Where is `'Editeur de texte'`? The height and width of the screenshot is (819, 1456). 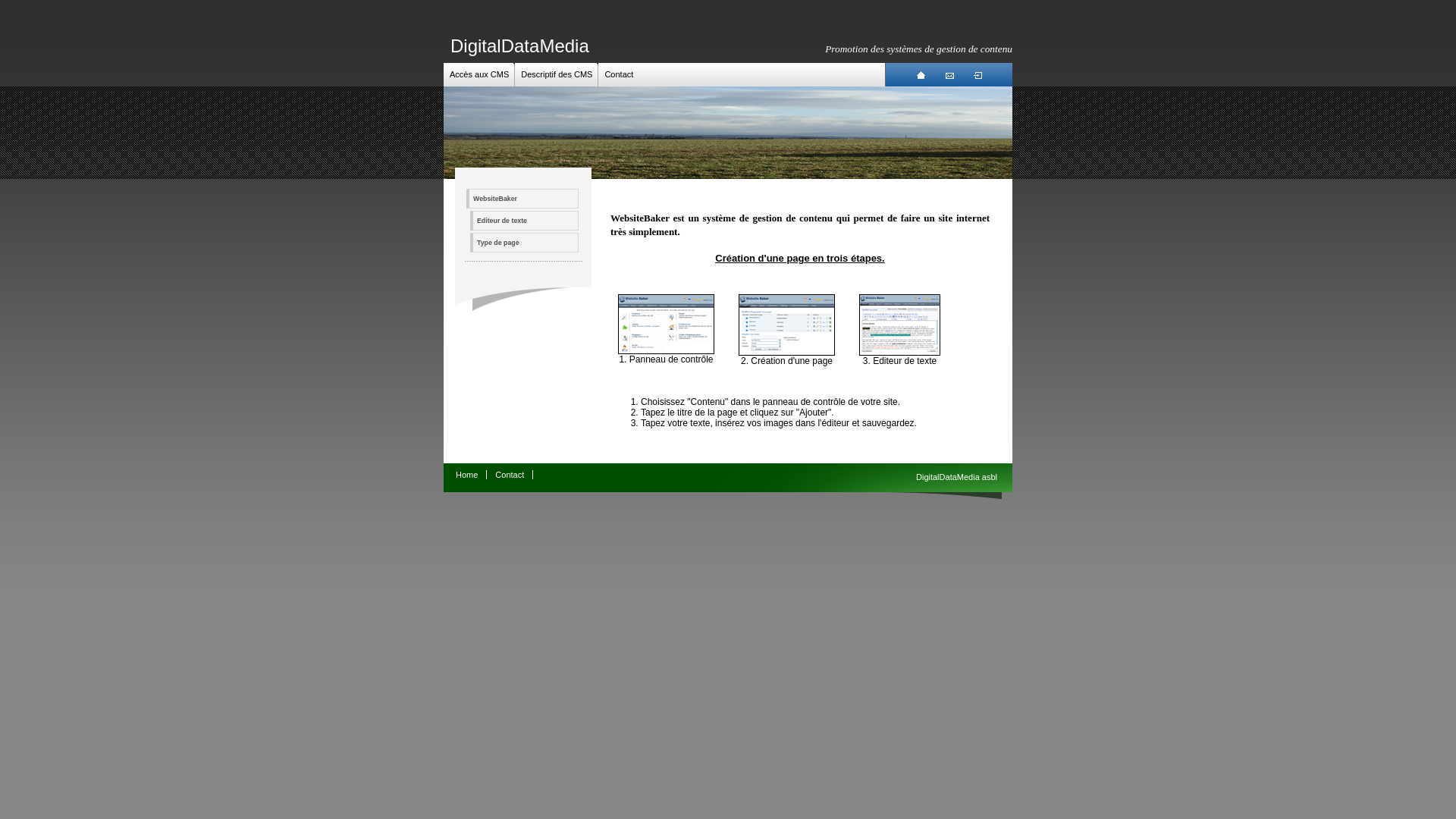
'Editeur de texte' is located at coordinates (899, 353).